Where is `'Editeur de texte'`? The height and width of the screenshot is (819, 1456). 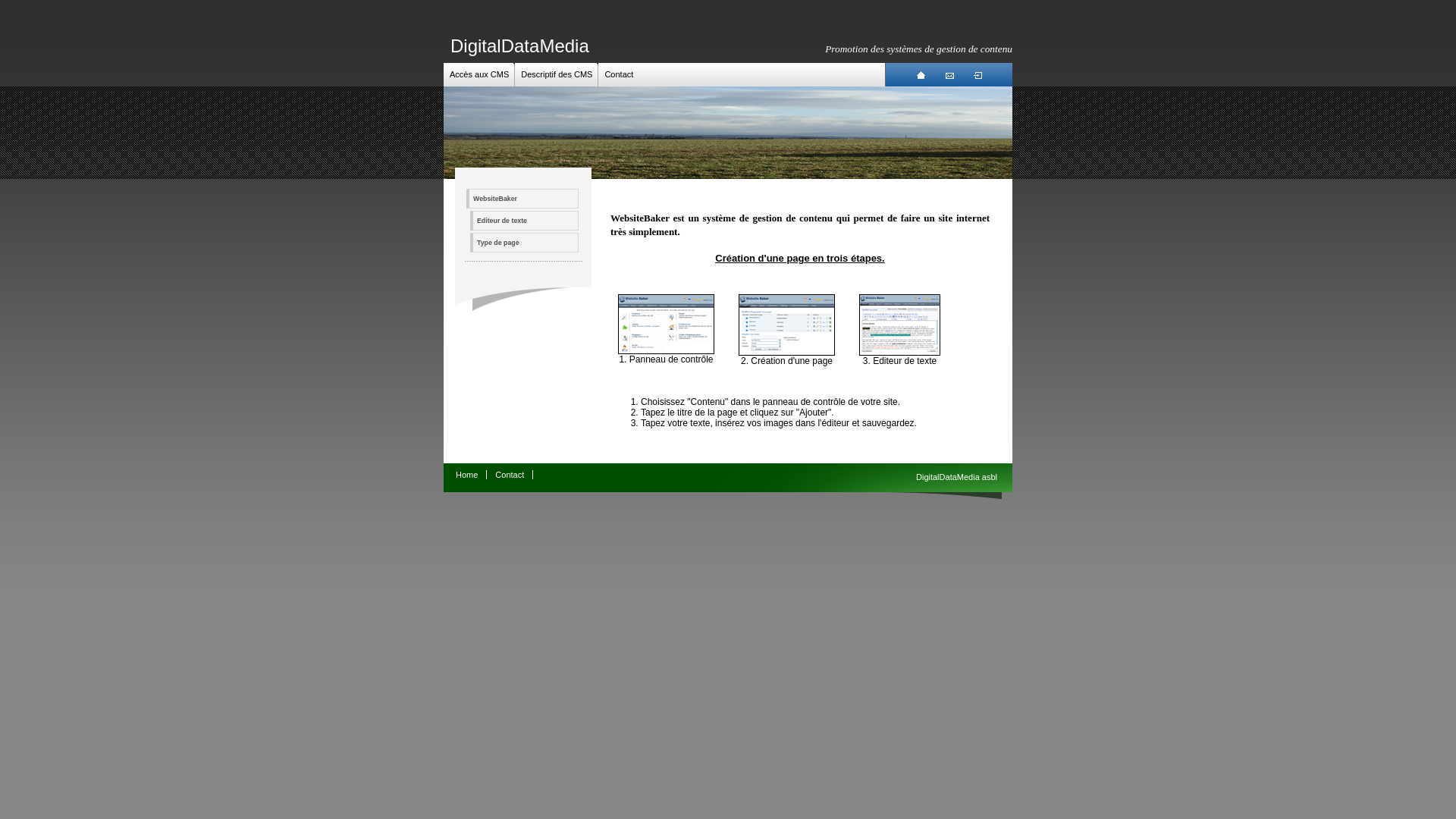
'Editeur de texte' is located at coordinates (899, 353).